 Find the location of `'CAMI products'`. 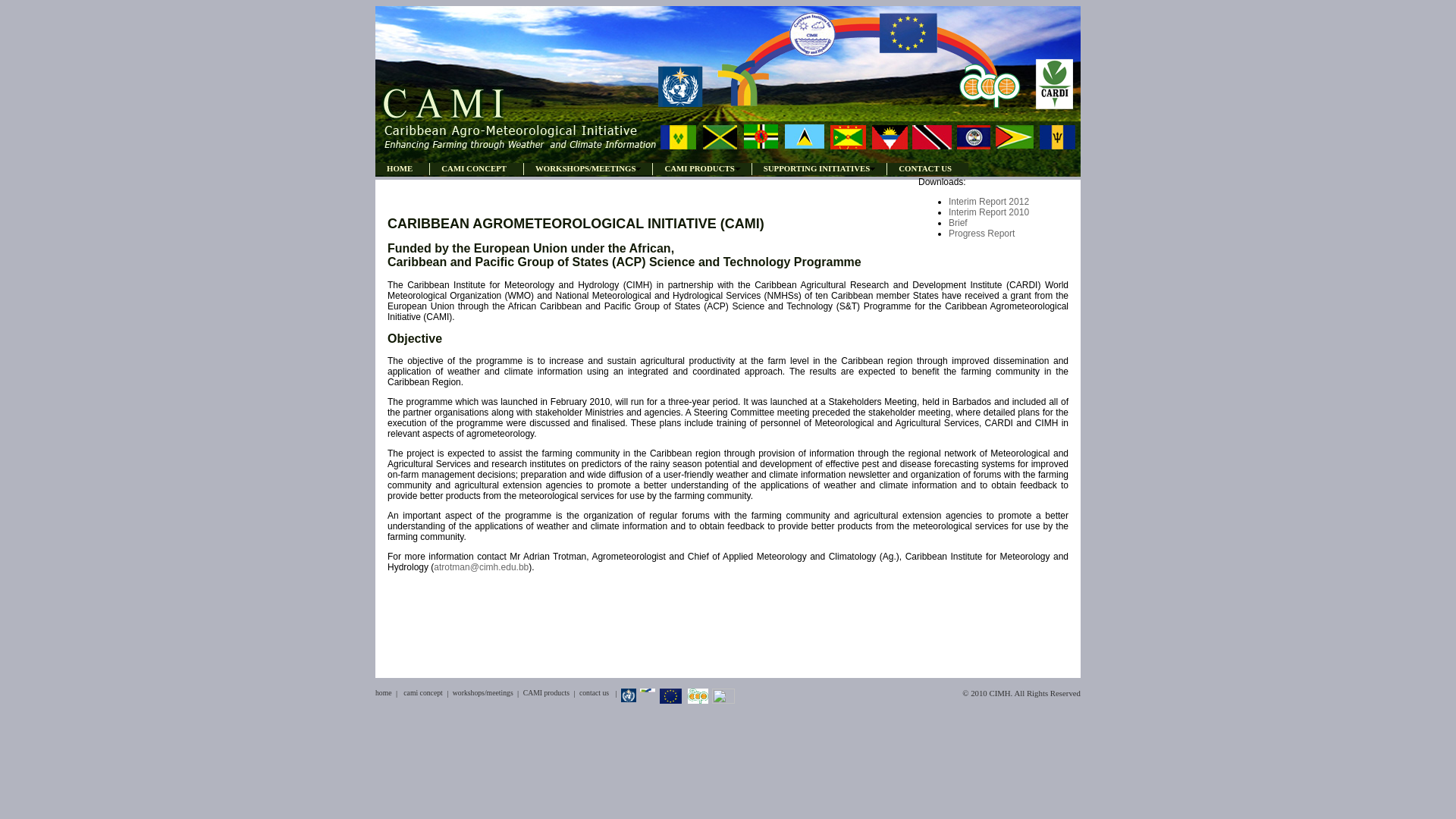

'CAMI products' is located at coordinates (546, 692).